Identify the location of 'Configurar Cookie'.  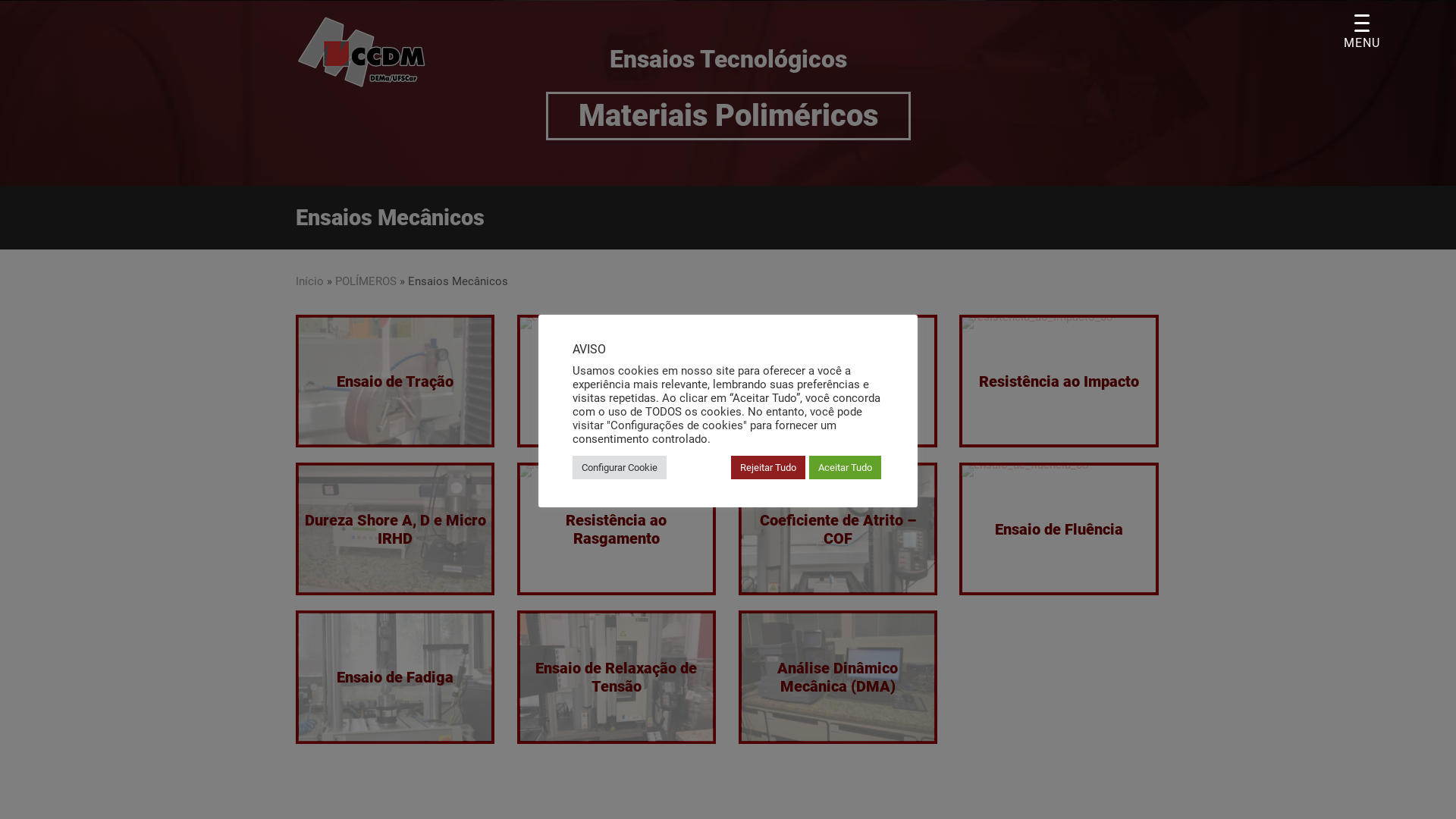
(571, 466).